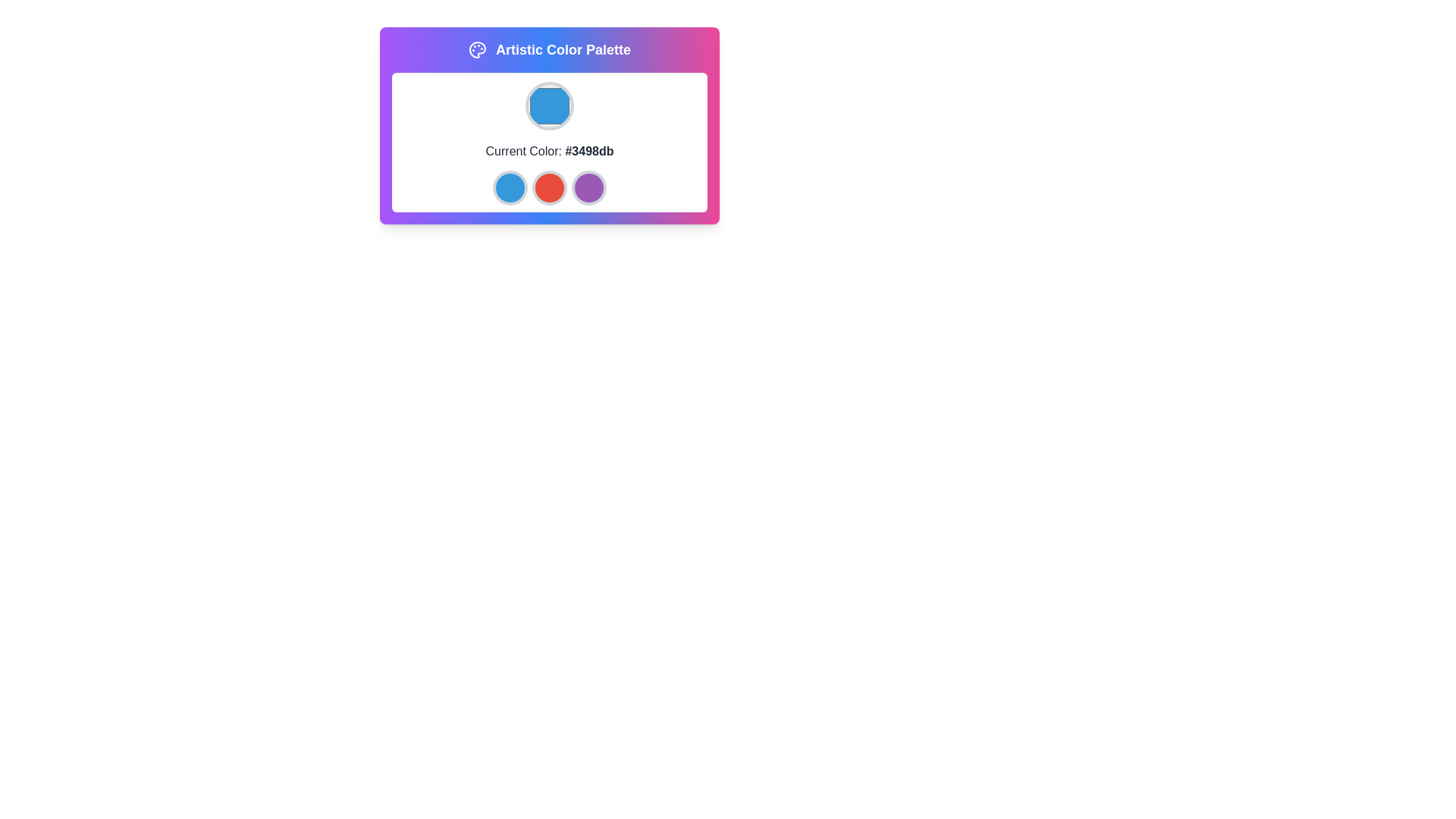 Image resolution: width=1456 pixels, height=819 pixels. Describe the element at coordinates (548, 49) in the screenshot. I see `text of the Label with an icon located at the top center of the color palette interface, which serves as a descriptive context for its functionality` at that location.